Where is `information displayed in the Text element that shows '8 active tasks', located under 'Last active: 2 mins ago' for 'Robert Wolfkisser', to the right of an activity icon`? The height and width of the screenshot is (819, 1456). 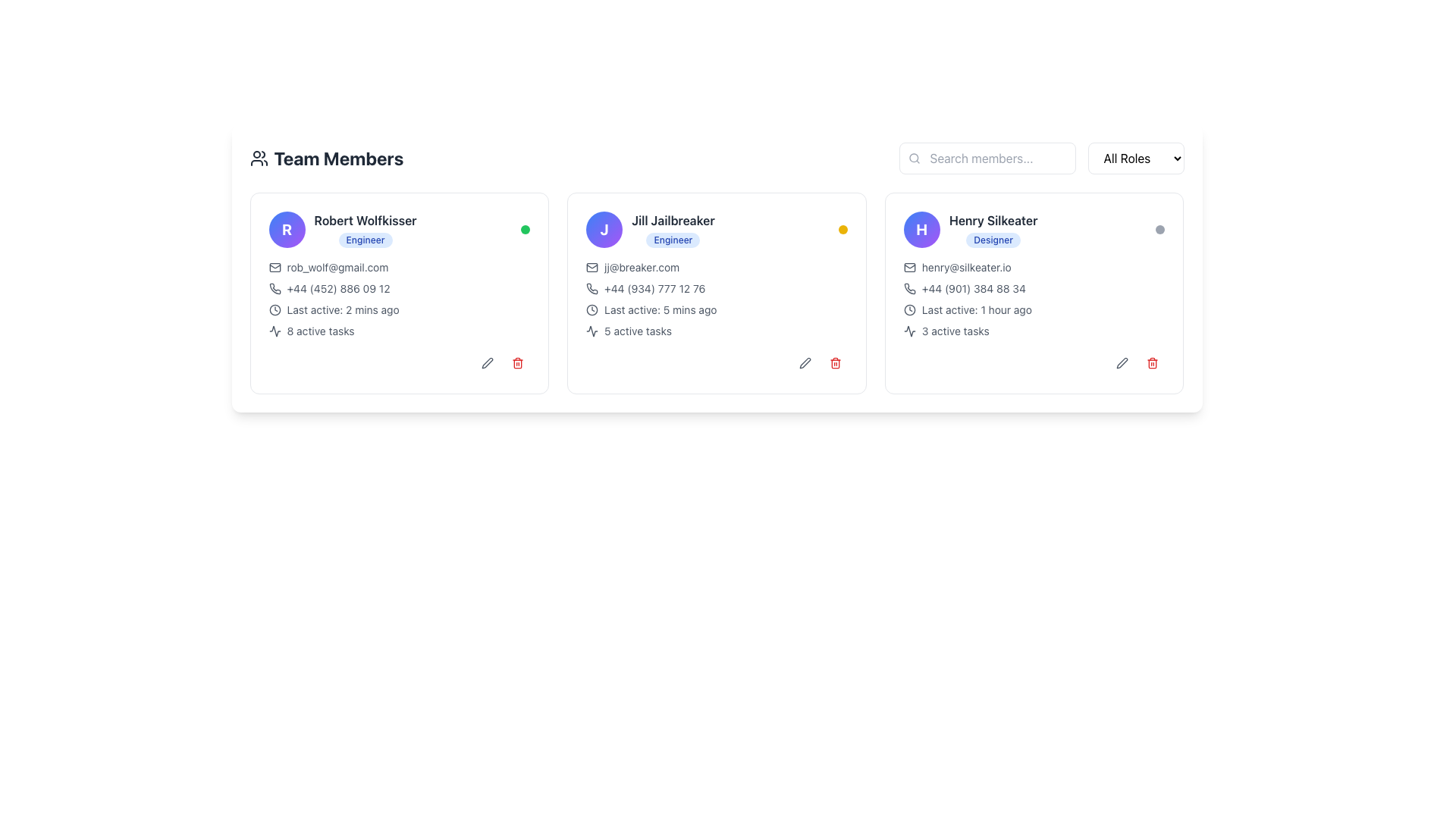 information displayed in the Text element that shows '8 active tasks', located under 'Last active: 2 mins ago' for 'Robert Wolfkisser', to the right of an activity icon is located at coordinates (319, 330).